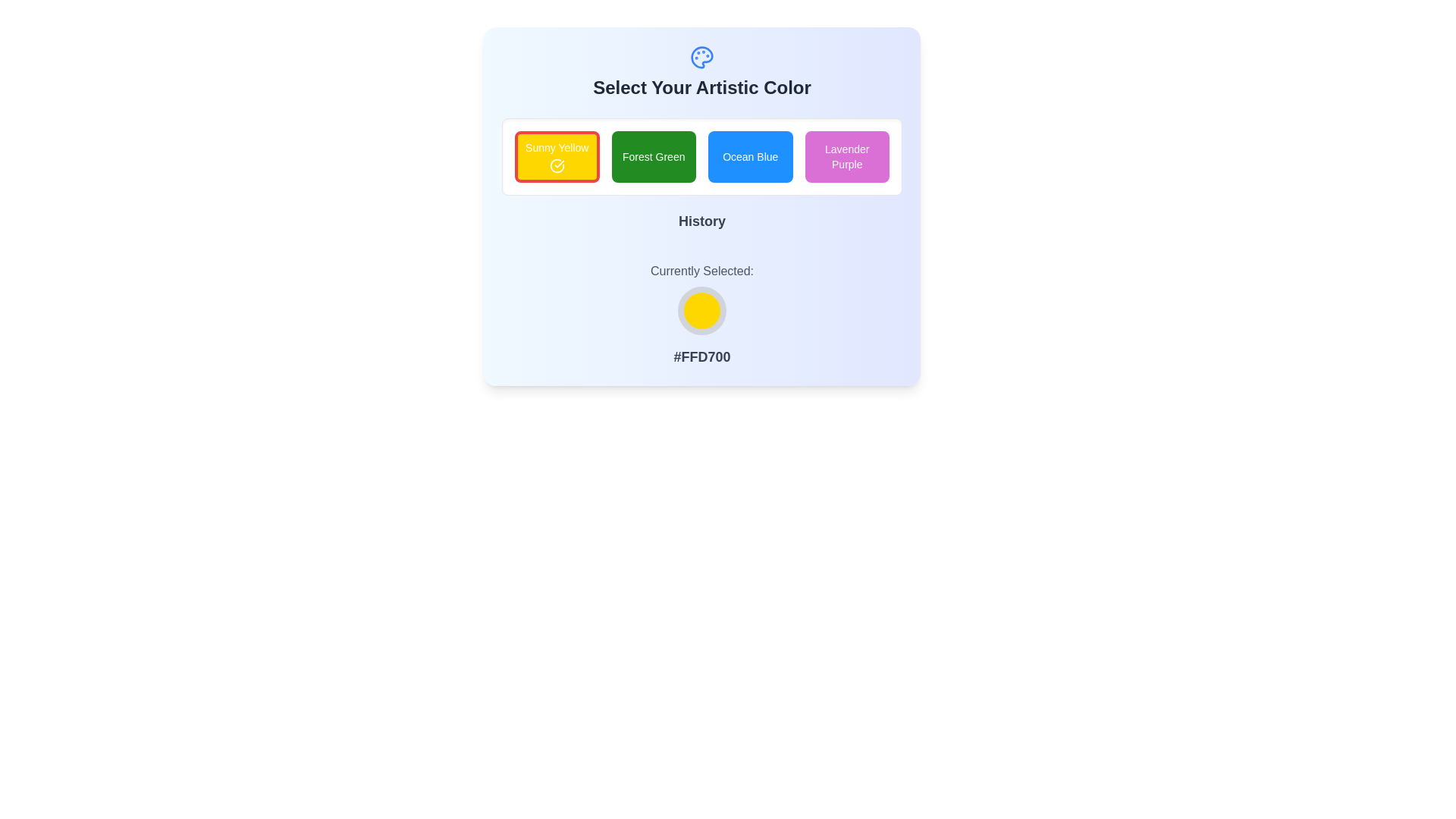 The width and height of the screenshot is (1456, 819). What do you see at coordinates (846, 157) in the screenshot?
I see `the rectangular button with a lavender purple background and white text reading 'Lavender Purple' to trigger visual feedback` at bounding box center [846, 157].